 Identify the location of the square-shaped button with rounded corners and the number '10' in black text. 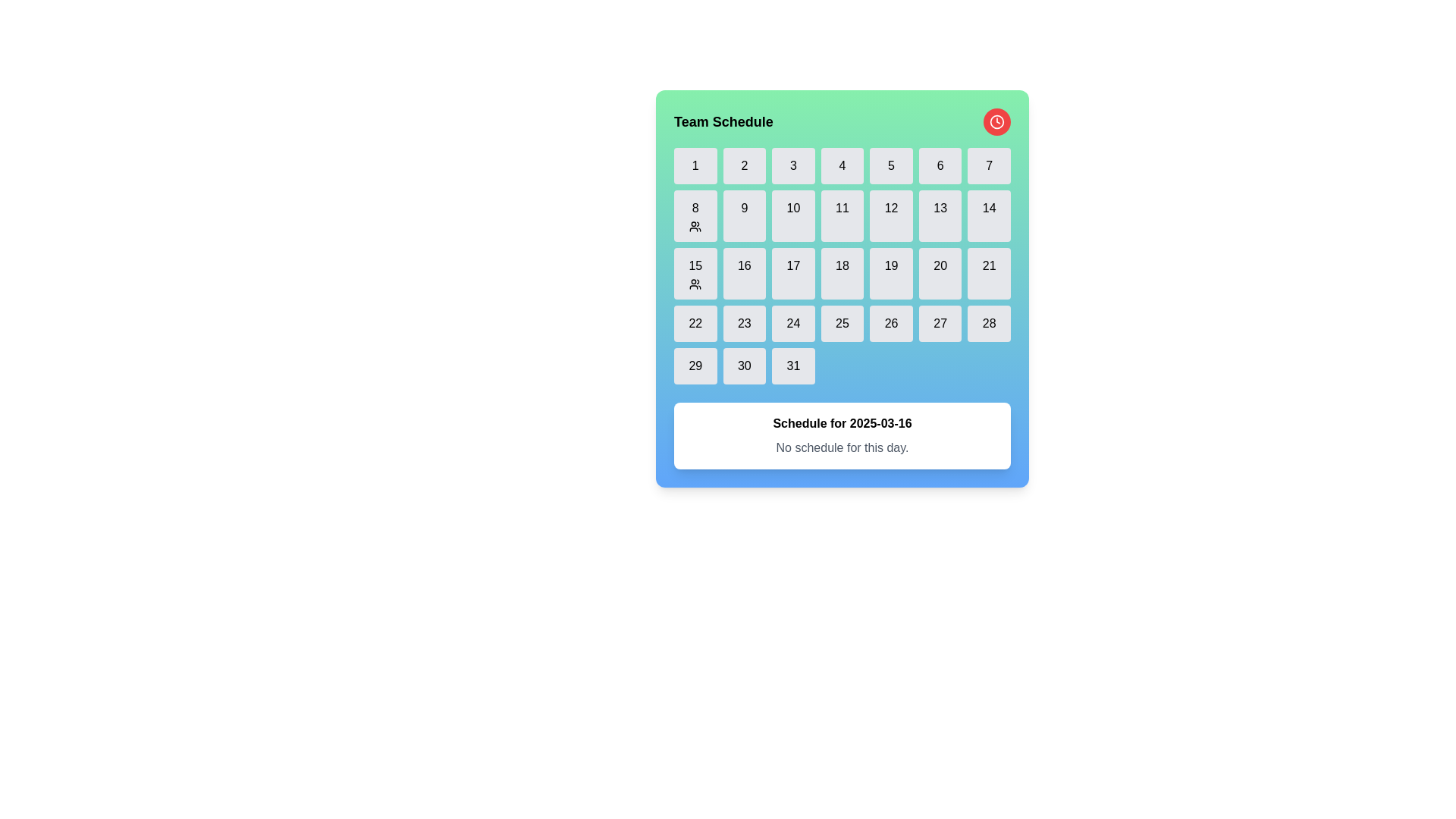
(792, 216).